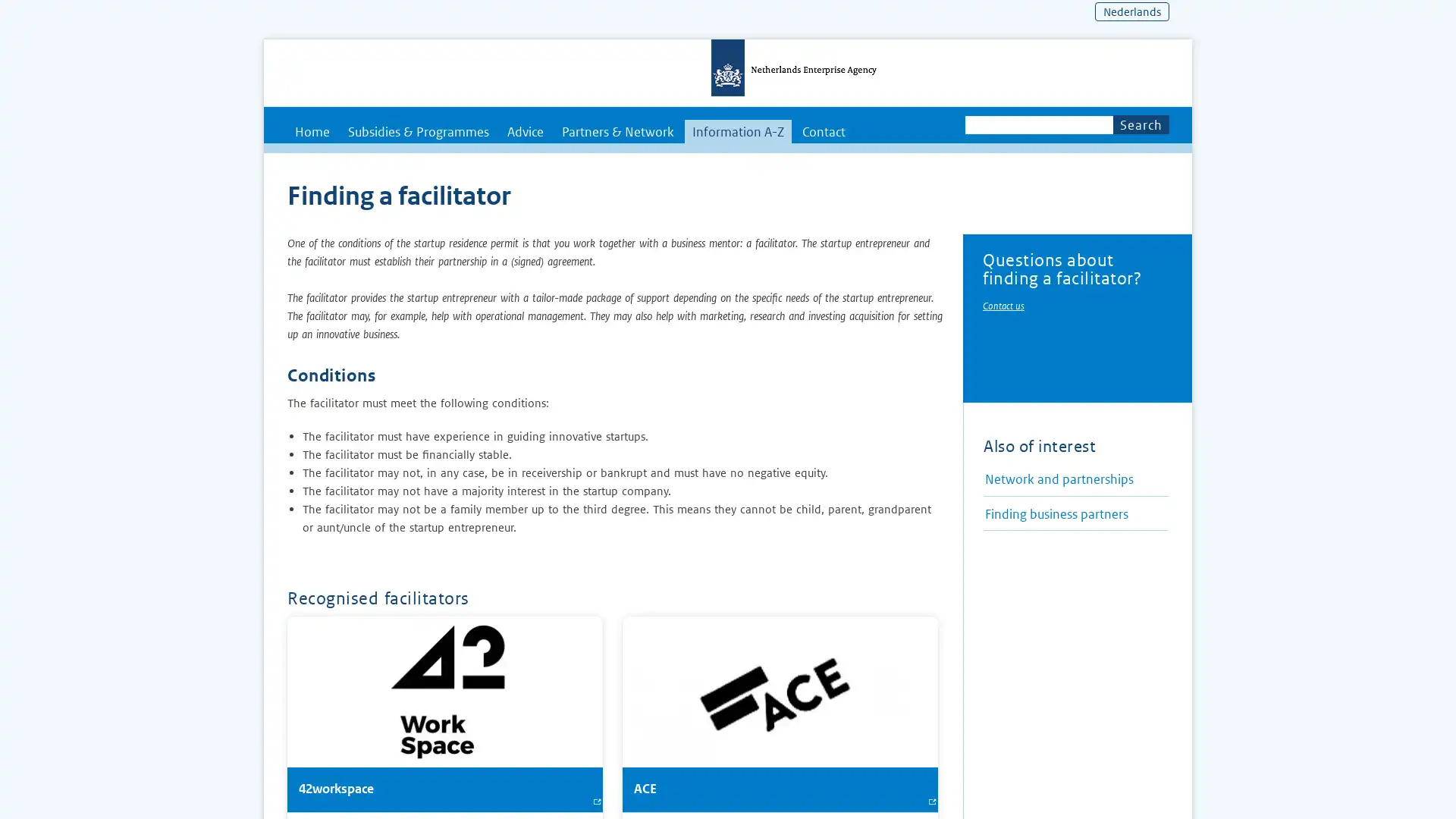  I want to click on Search, so click(1141, 124).